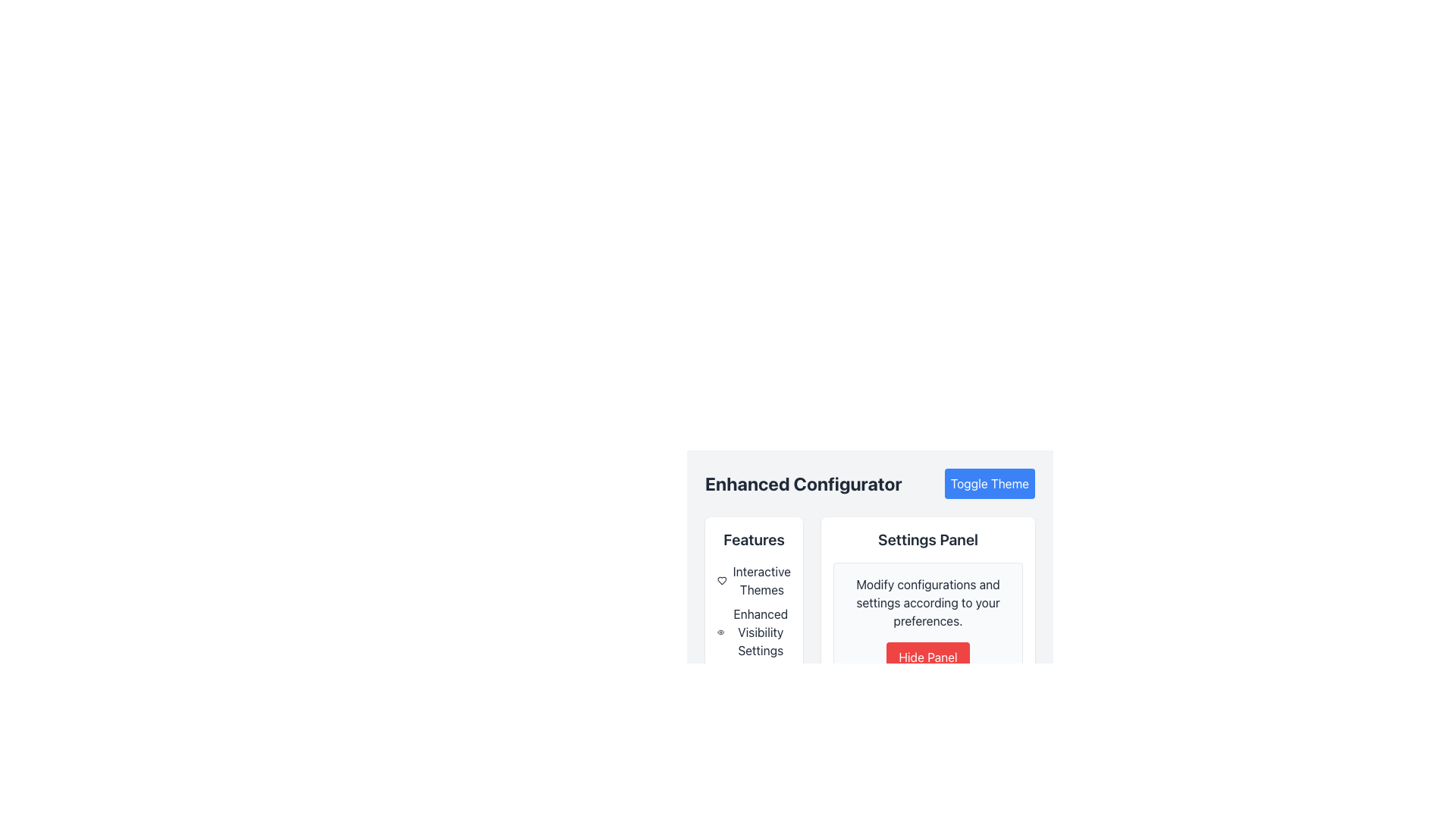 This screenshot has width=1456, height=819. I want to click on the decorative icon located in the top-left section of the 'Features' sidebar, adjacent to the 'Interactive Themes' label, so click(721, 580).